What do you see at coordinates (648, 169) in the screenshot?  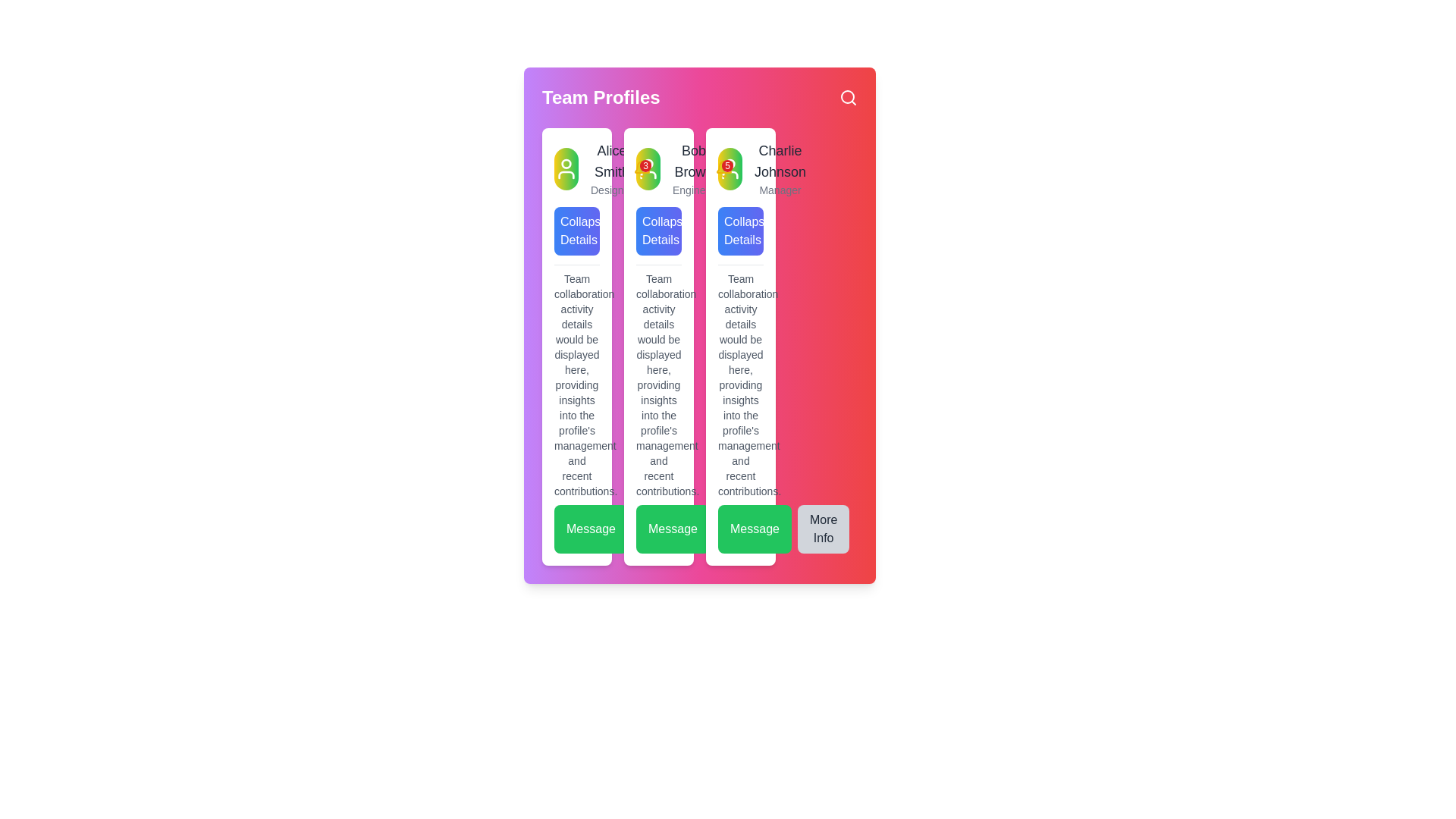 I see `the circular profile icon of Bob Brown, which is located in the 'Team Profiles' section, immediately left of his name and title` at bounding box center [648, 169].